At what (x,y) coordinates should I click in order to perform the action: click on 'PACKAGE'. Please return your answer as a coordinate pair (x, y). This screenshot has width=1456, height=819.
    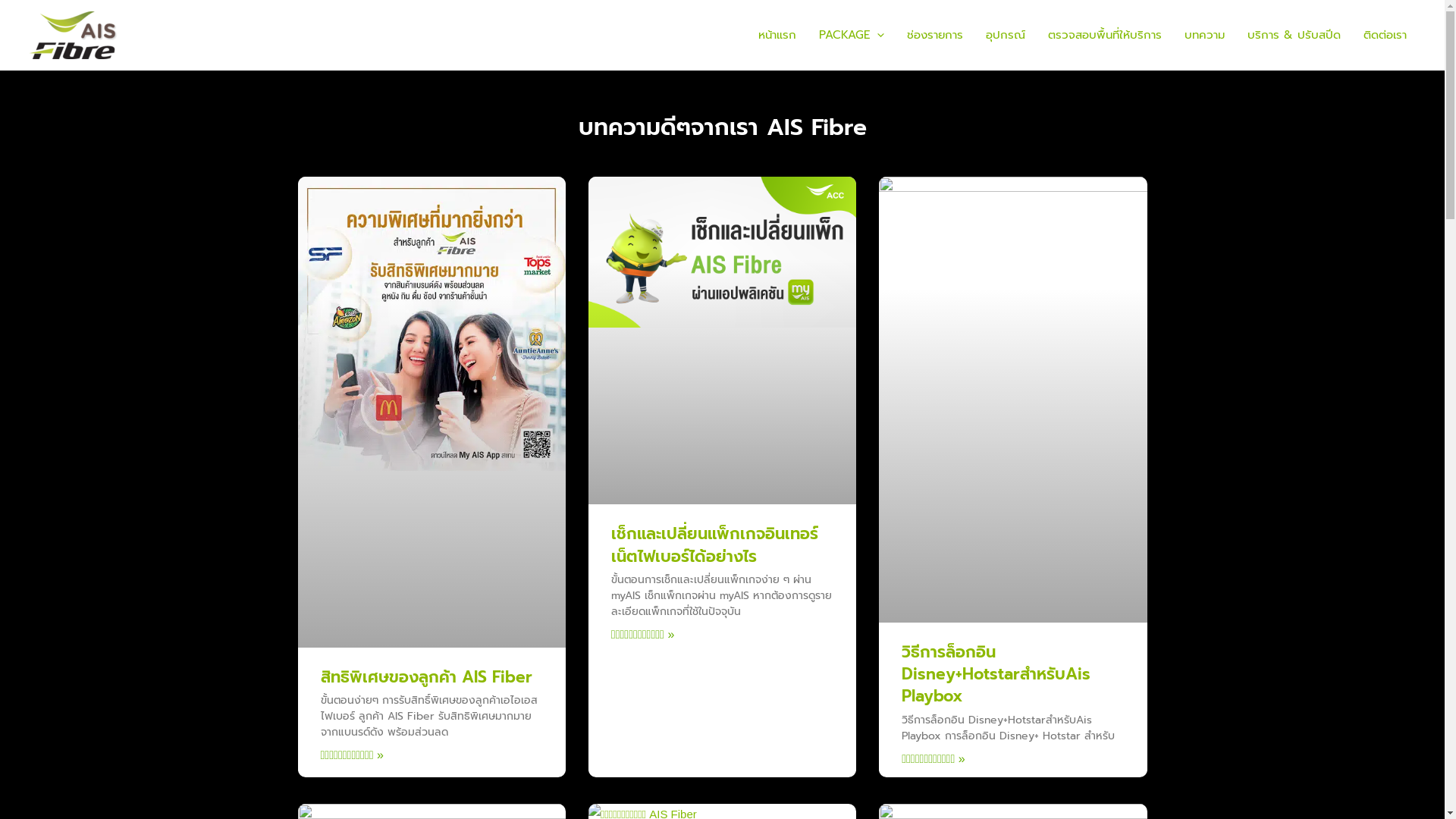
    Looking at the image, I should click on (807, 34).